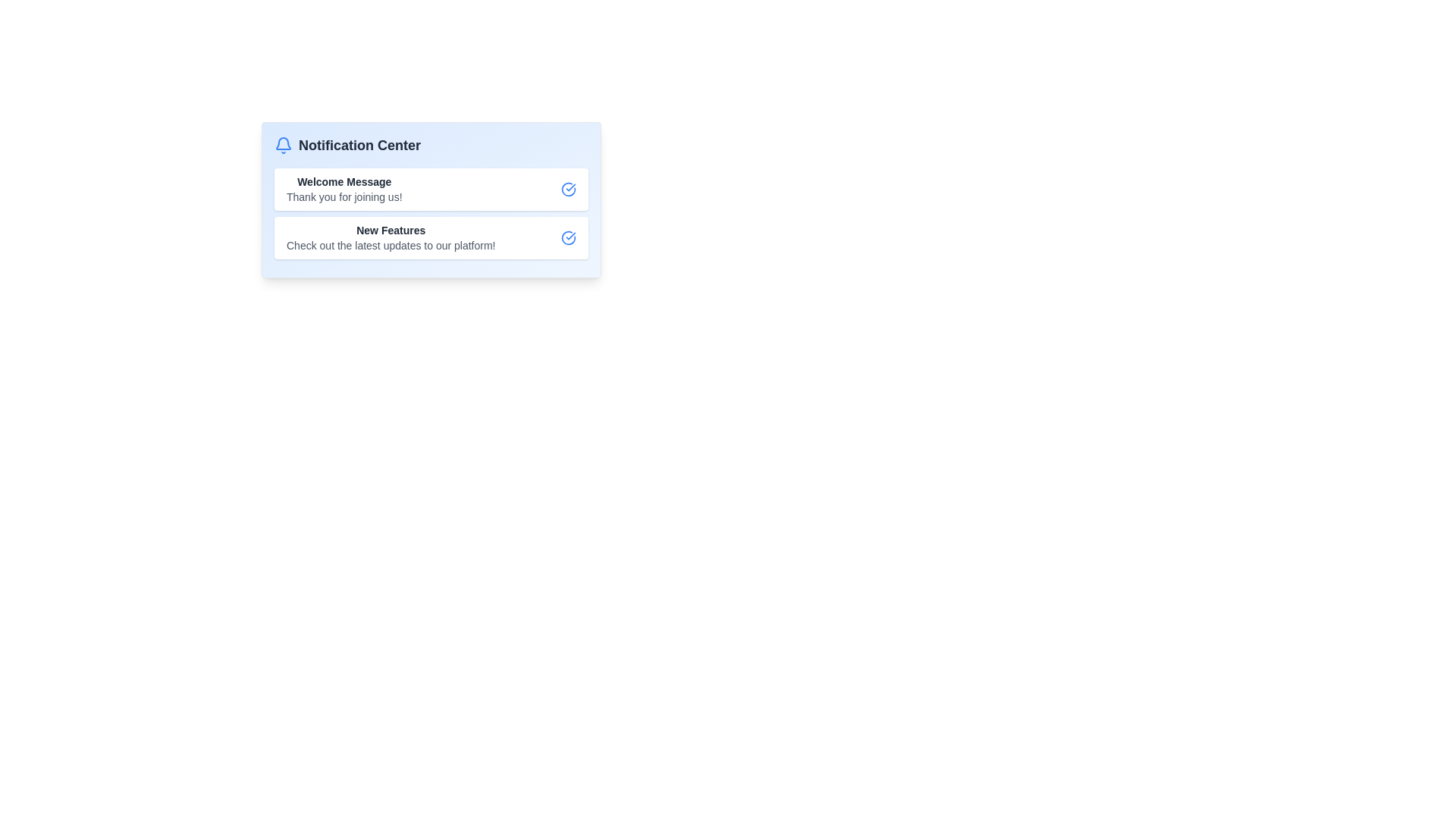 The height and width of the screenshot is (819, 1456). Describe the element at coordinates (391, 237) in the screenshot. I see `the text section displaying 'New Features' and 'Check out the latest updates to our platform!' in the notification center panel` at that location.